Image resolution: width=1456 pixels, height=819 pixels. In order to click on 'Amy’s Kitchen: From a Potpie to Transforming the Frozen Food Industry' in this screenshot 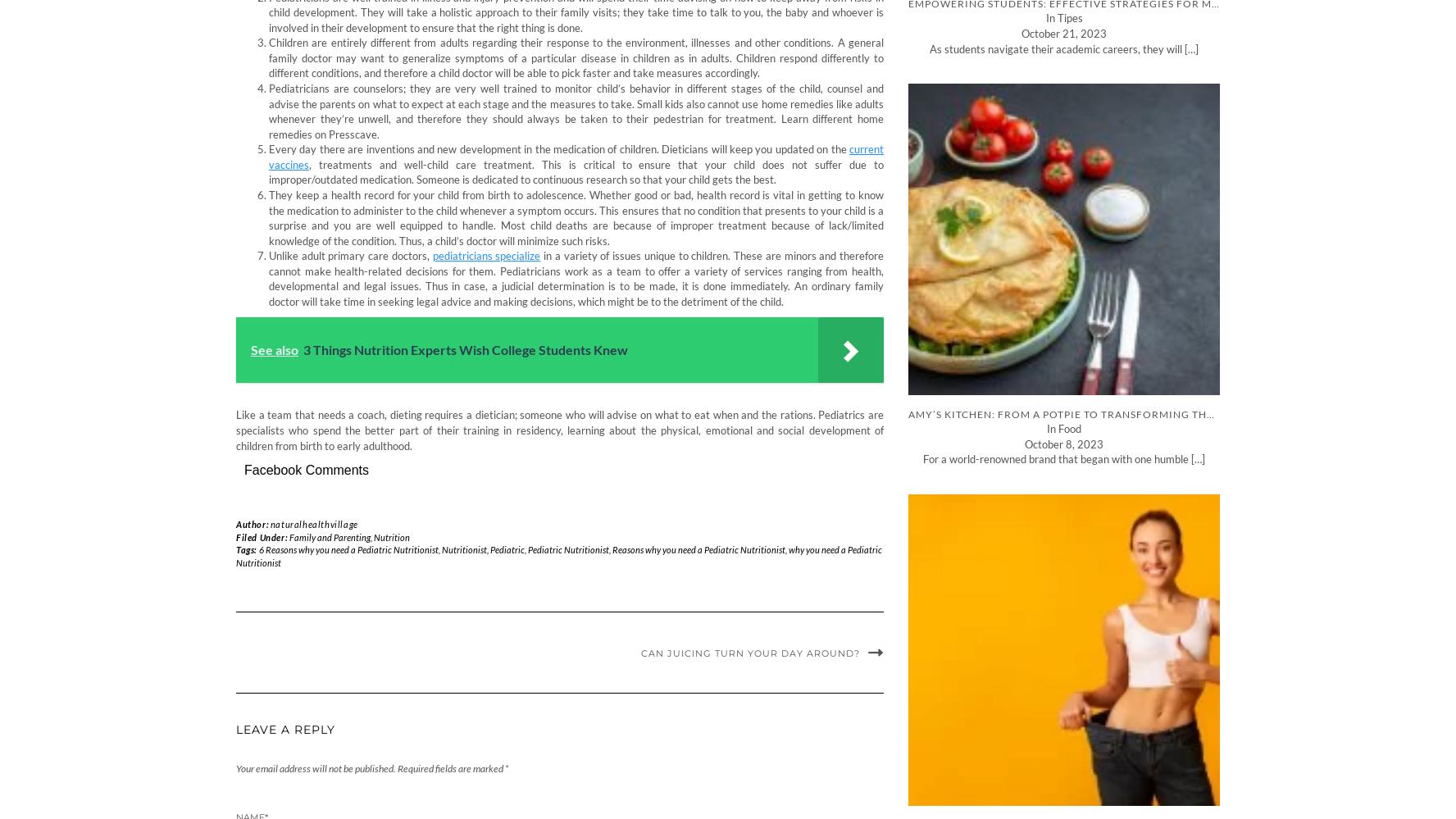, I will do `click(1130, 413)`.